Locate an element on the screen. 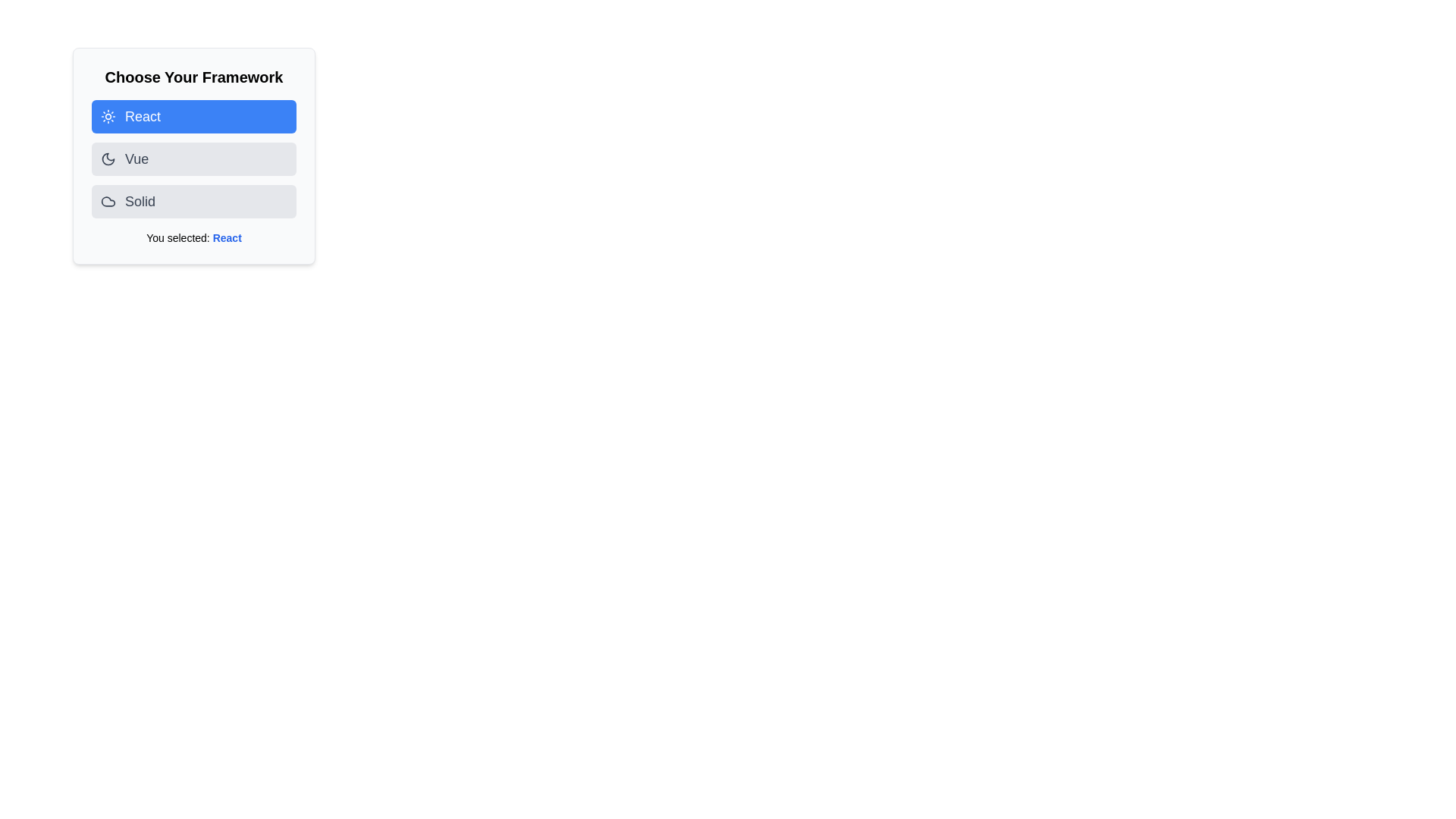 The width and height of the screenshot is (1456, 819). the 'Vue' selection button located between the 'React' and 'Solid' boxes is located at coordinates (193, 155).